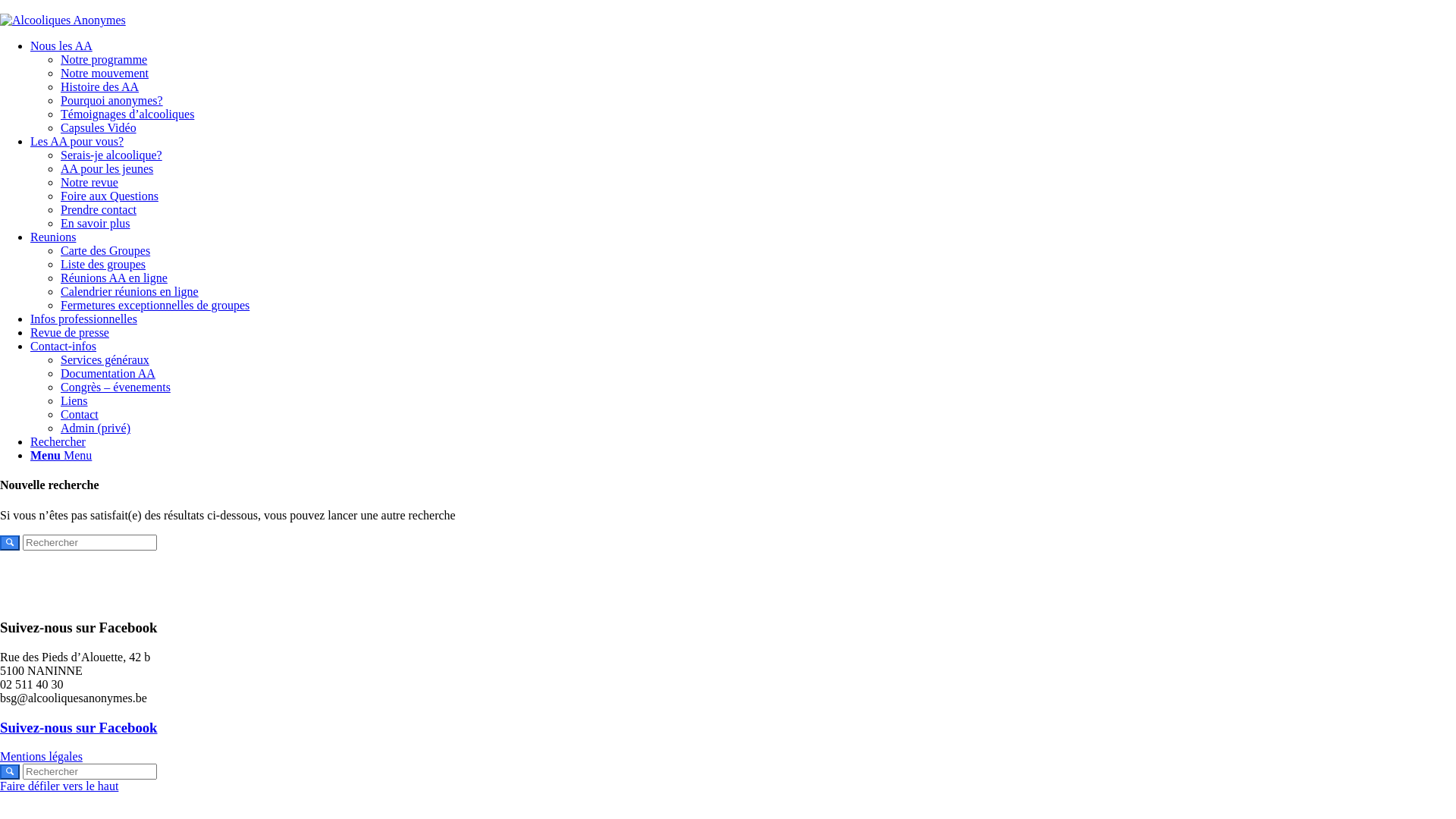  What do you see at coordinates (103, 58) in the screenshot?
I see `'Notre programme'` at bounding box center [103, 58].